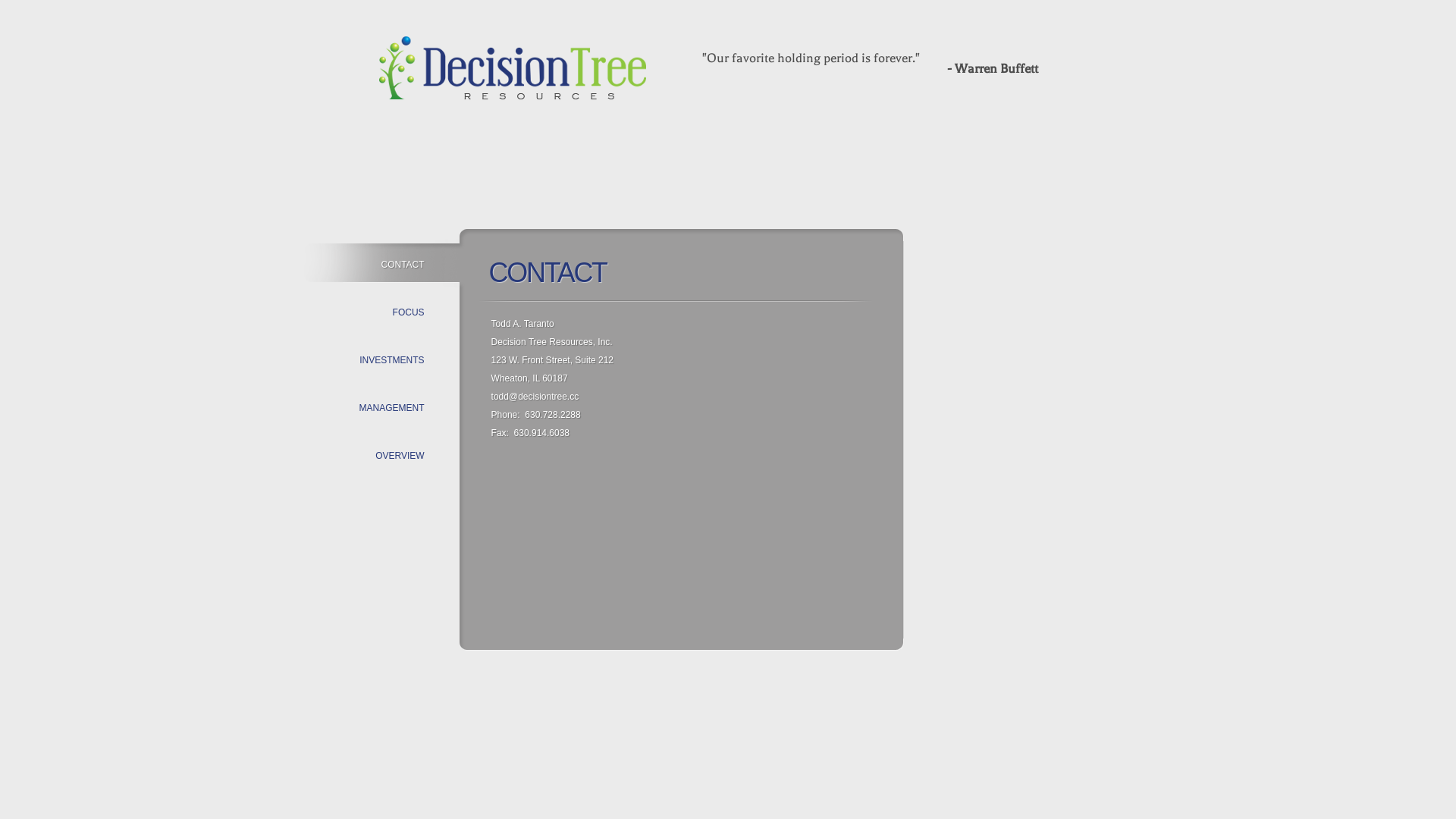  I want to click on 'CONTACT', so click(381, 263).